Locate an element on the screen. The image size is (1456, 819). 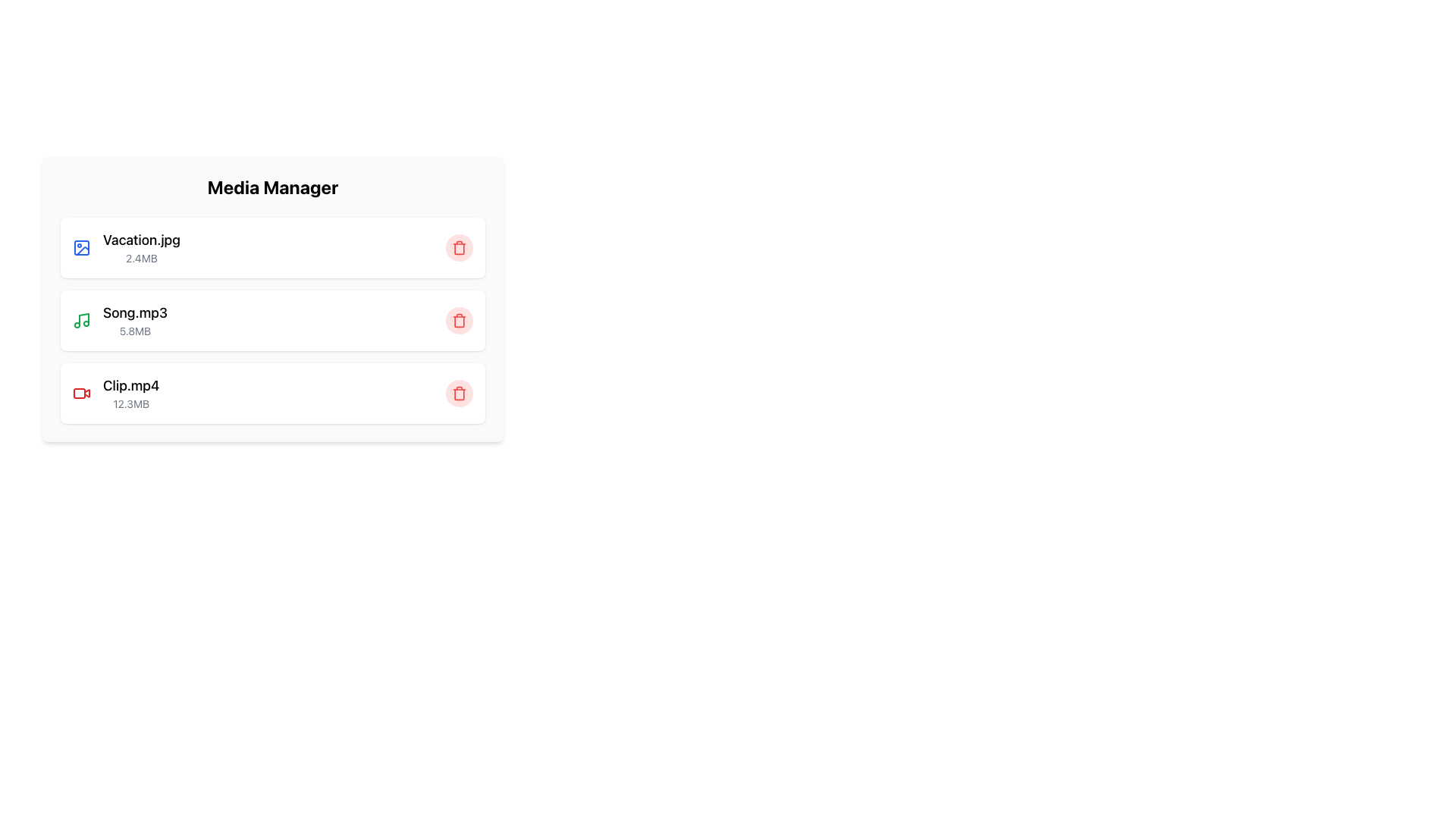
the delete icon button located on the right side of the 'Clip.mp4 12.3MB' entry in the media manager section is located at coordinates (458, 393).